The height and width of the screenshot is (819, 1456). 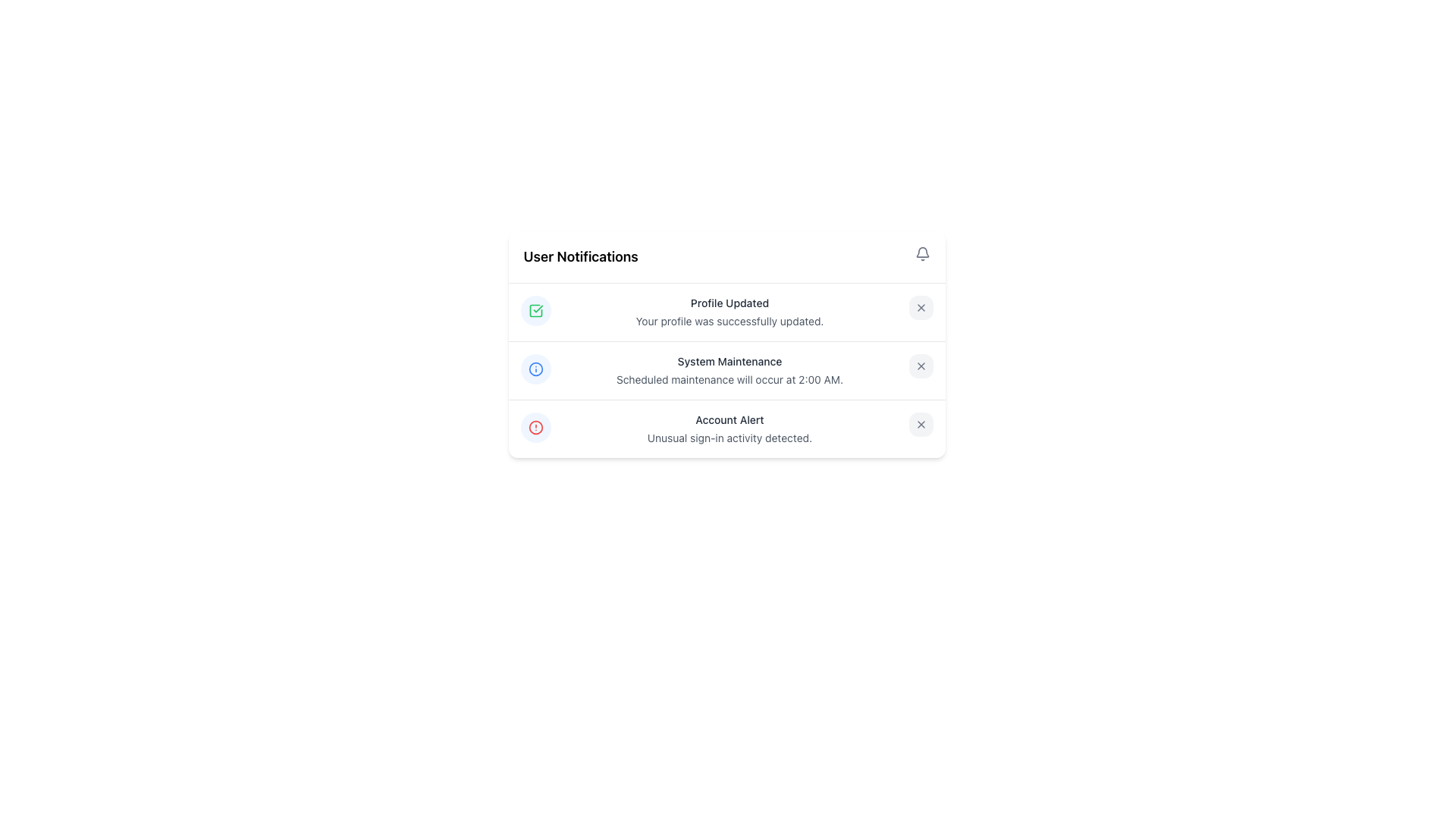 I want to click on the confirmation label that conveys feedback for the successful completion of the profile update action, which is positioned below the 'Profile Updated' text and centrally aligned within the notification card, so click(x=730, y=321).